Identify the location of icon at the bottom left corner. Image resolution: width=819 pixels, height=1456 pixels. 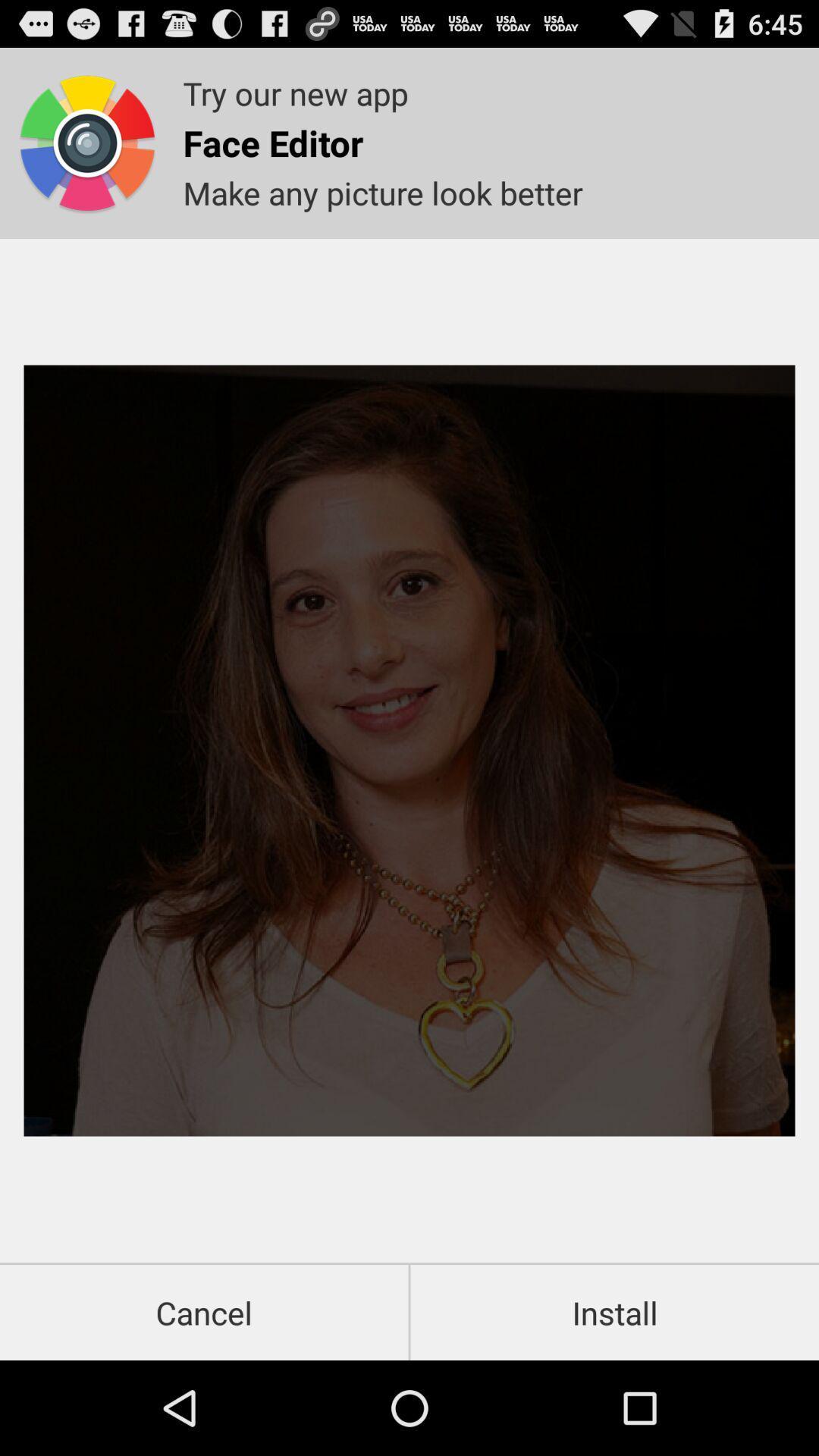
(203, 1312).